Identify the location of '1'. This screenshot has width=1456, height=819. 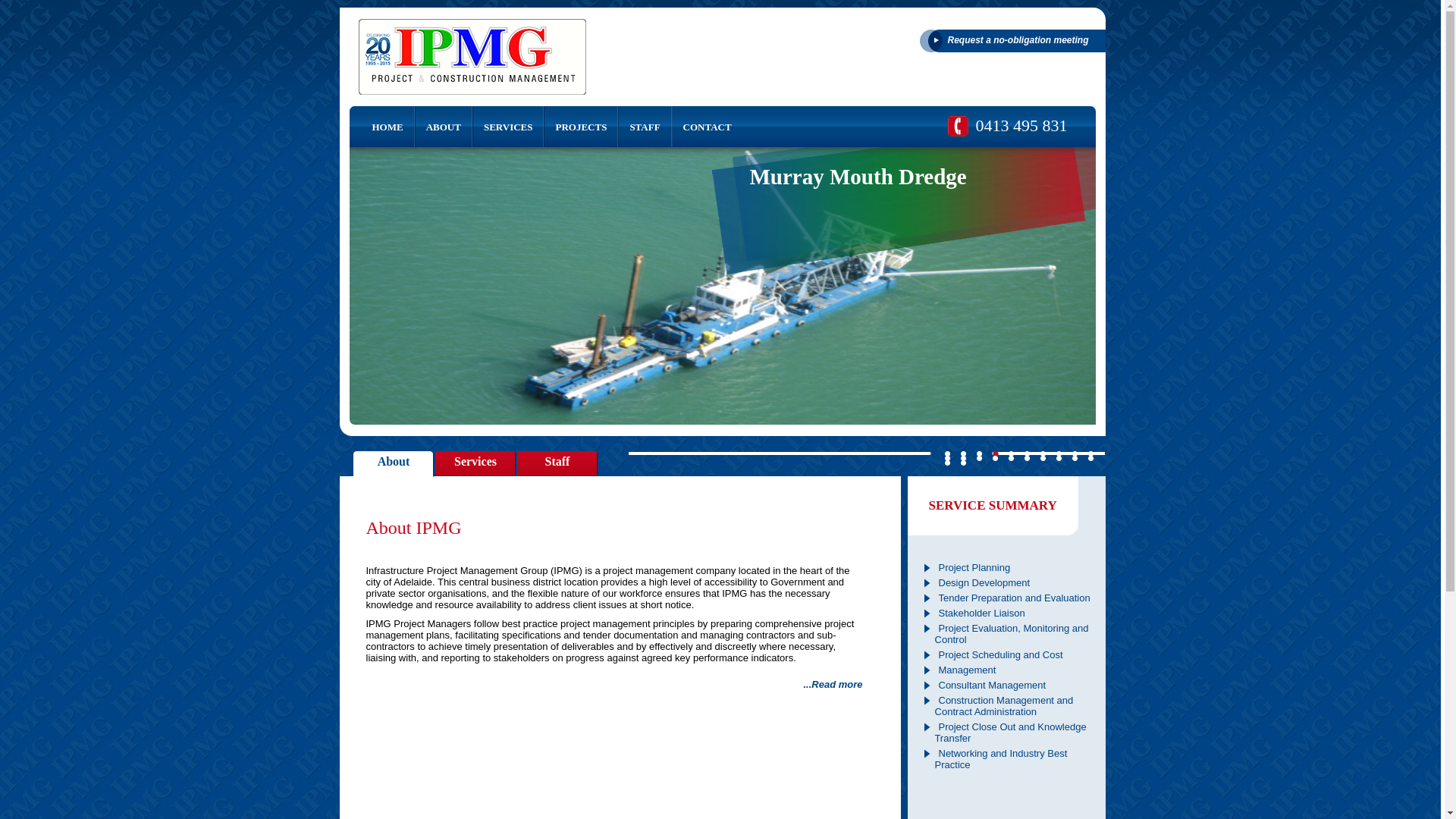
(946, 452).